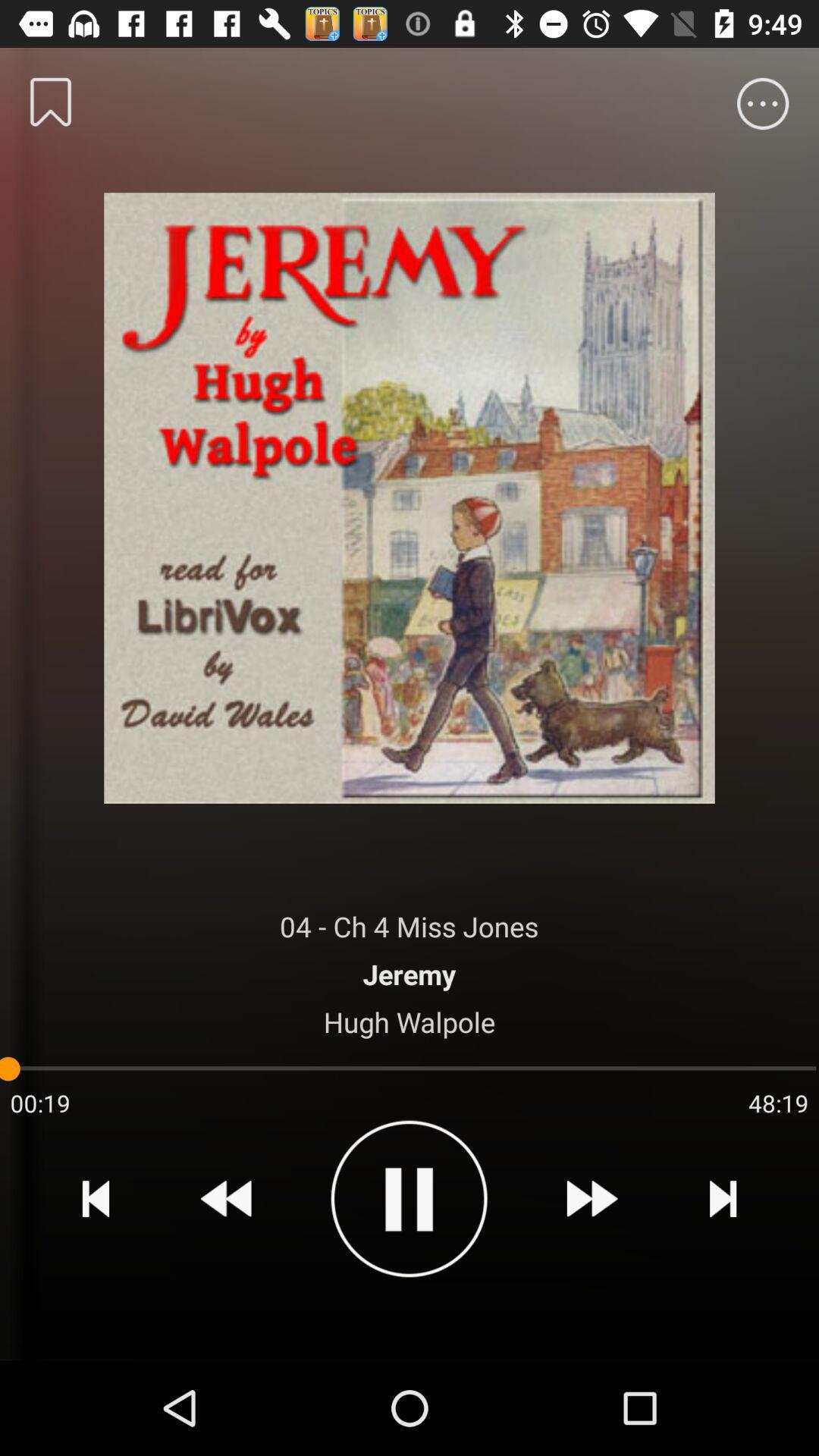 The width and height of the screenshot is (819, 1456). I want to click on hugh walpole icon, so click(409, 1021).